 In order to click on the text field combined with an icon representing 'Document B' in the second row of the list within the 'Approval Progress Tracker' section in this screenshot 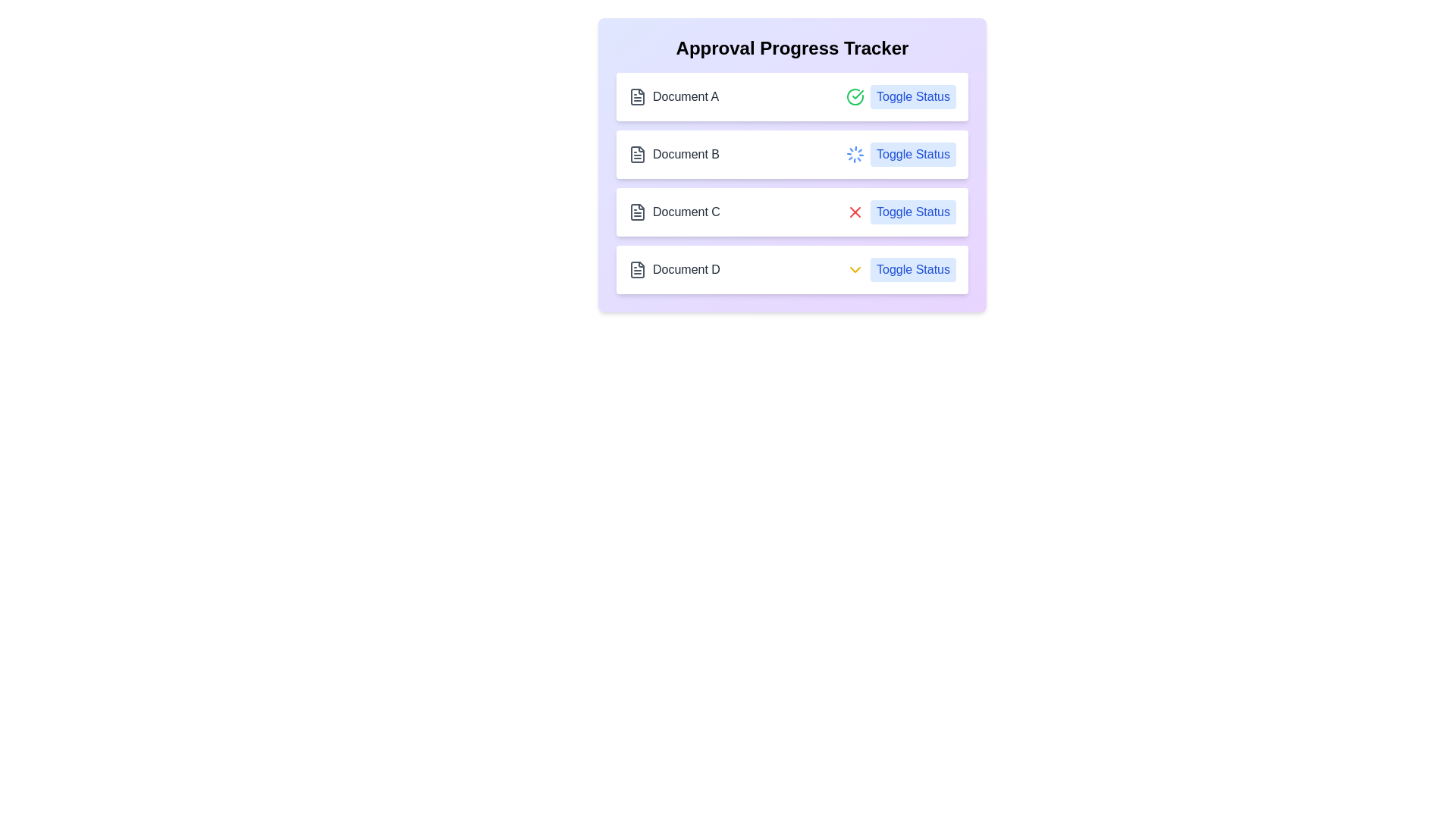, I will do `click(673, 155)`.